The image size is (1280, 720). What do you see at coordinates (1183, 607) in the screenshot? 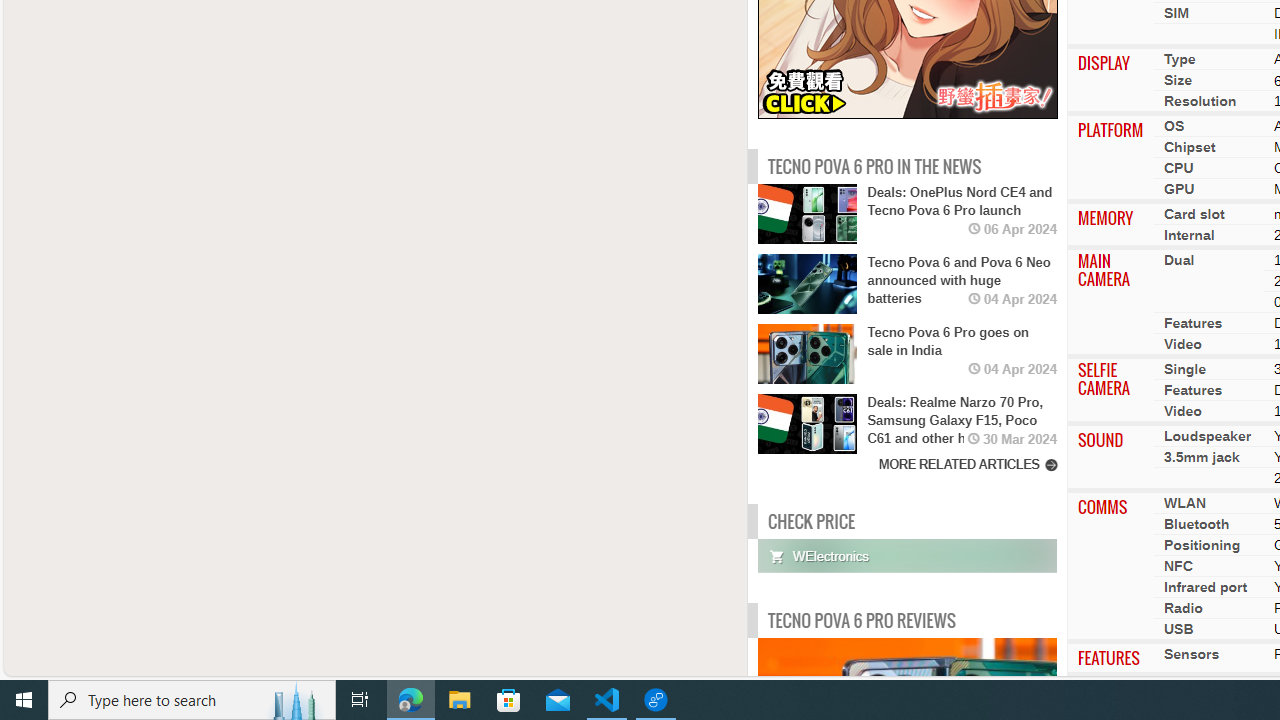
I see `'Radio'` at bounding box center [1183, 607].